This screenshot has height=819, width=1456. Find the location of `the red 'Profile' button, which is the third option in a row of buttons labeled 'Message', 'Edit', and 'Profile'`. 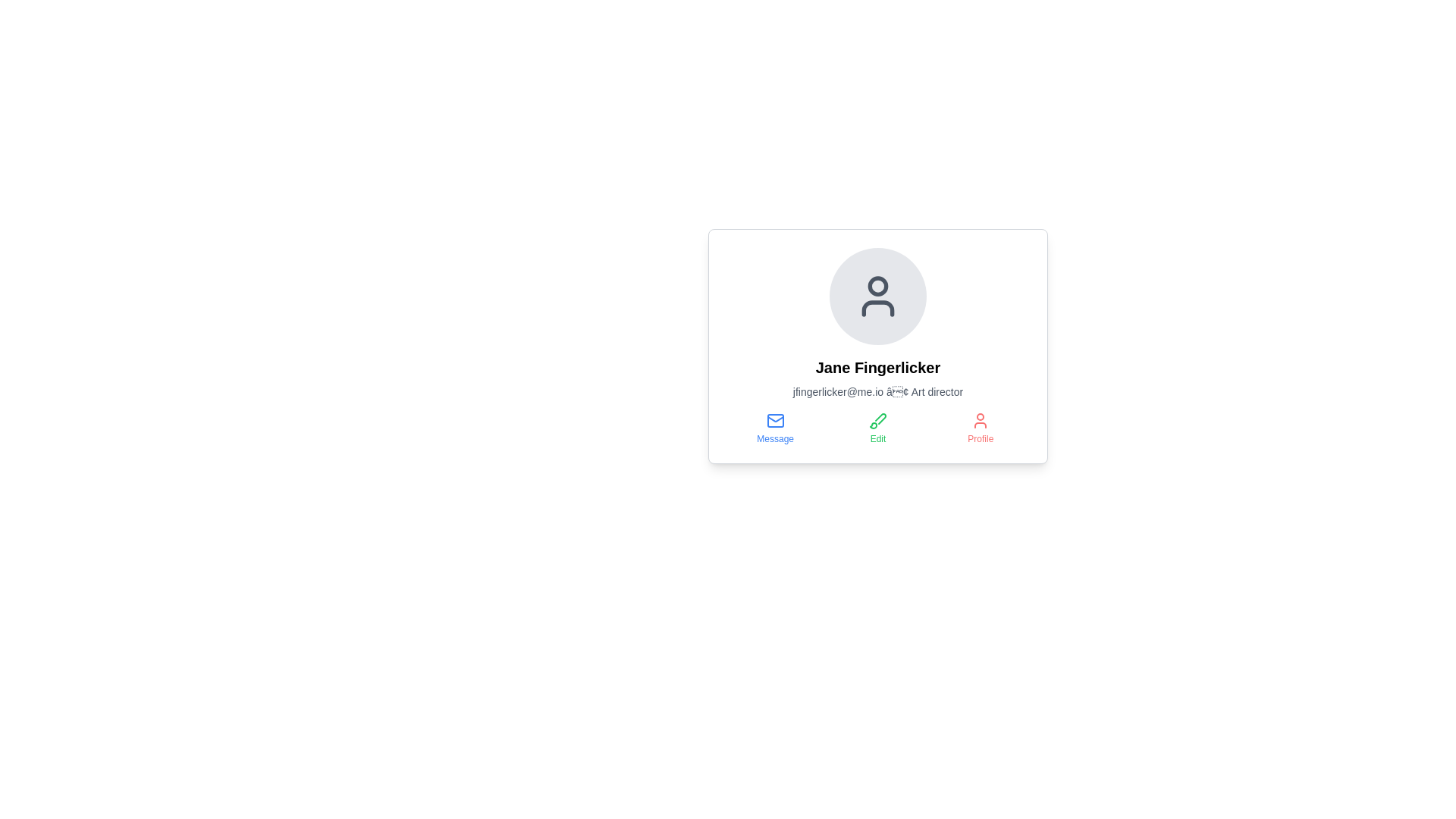

the red 'Profile' button, which is the third option in a row of buttons labeled 'Message', 'Edit', and 'Profile' is located at coordinates (980, 428).